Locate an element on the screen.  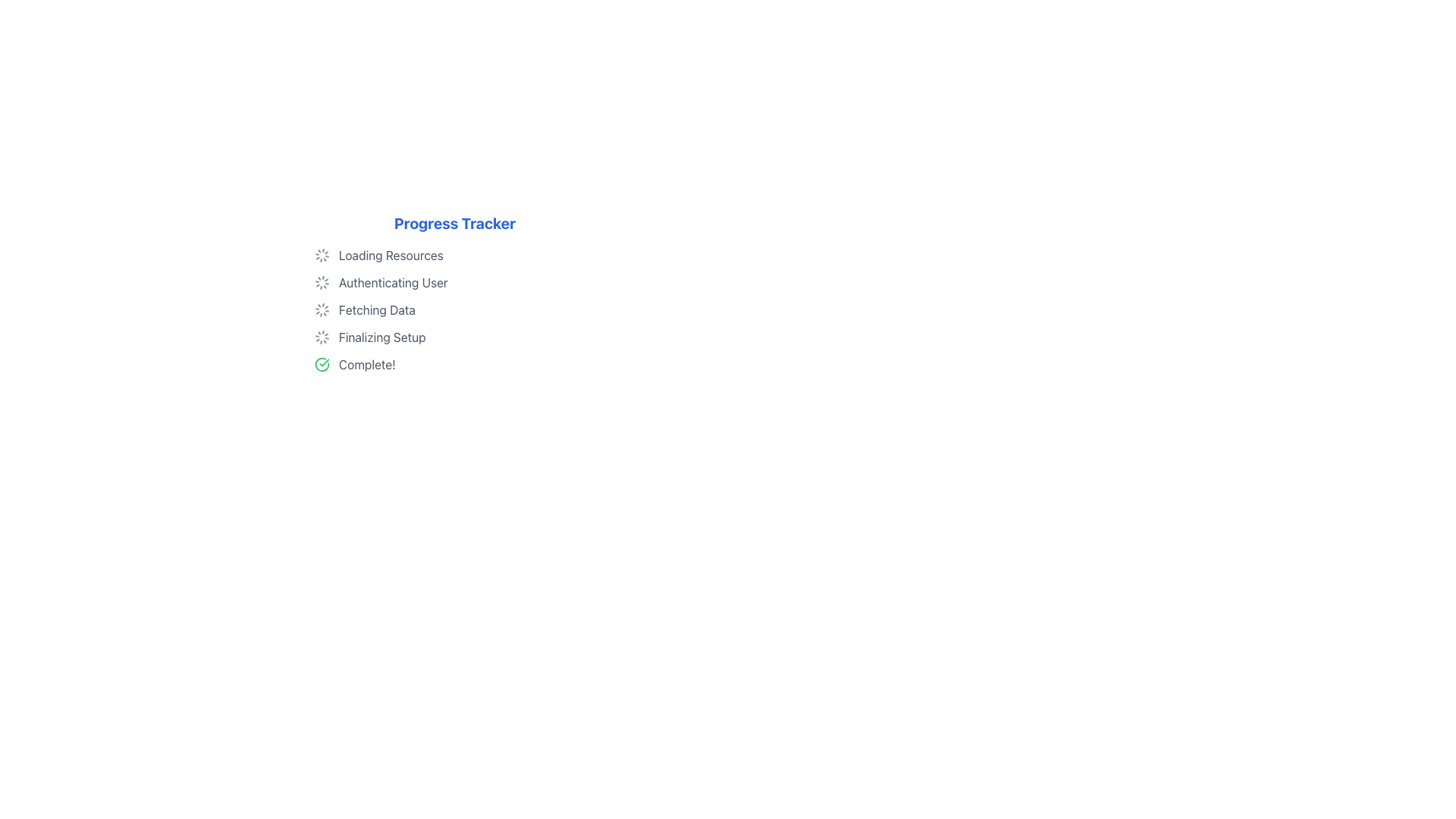
the static text label that provides feedback about the ongoing process of loading resources, located under the header 'Progress Tracker' and positioned to the right of a spinning loader icon is located at coordinates (391, 254).